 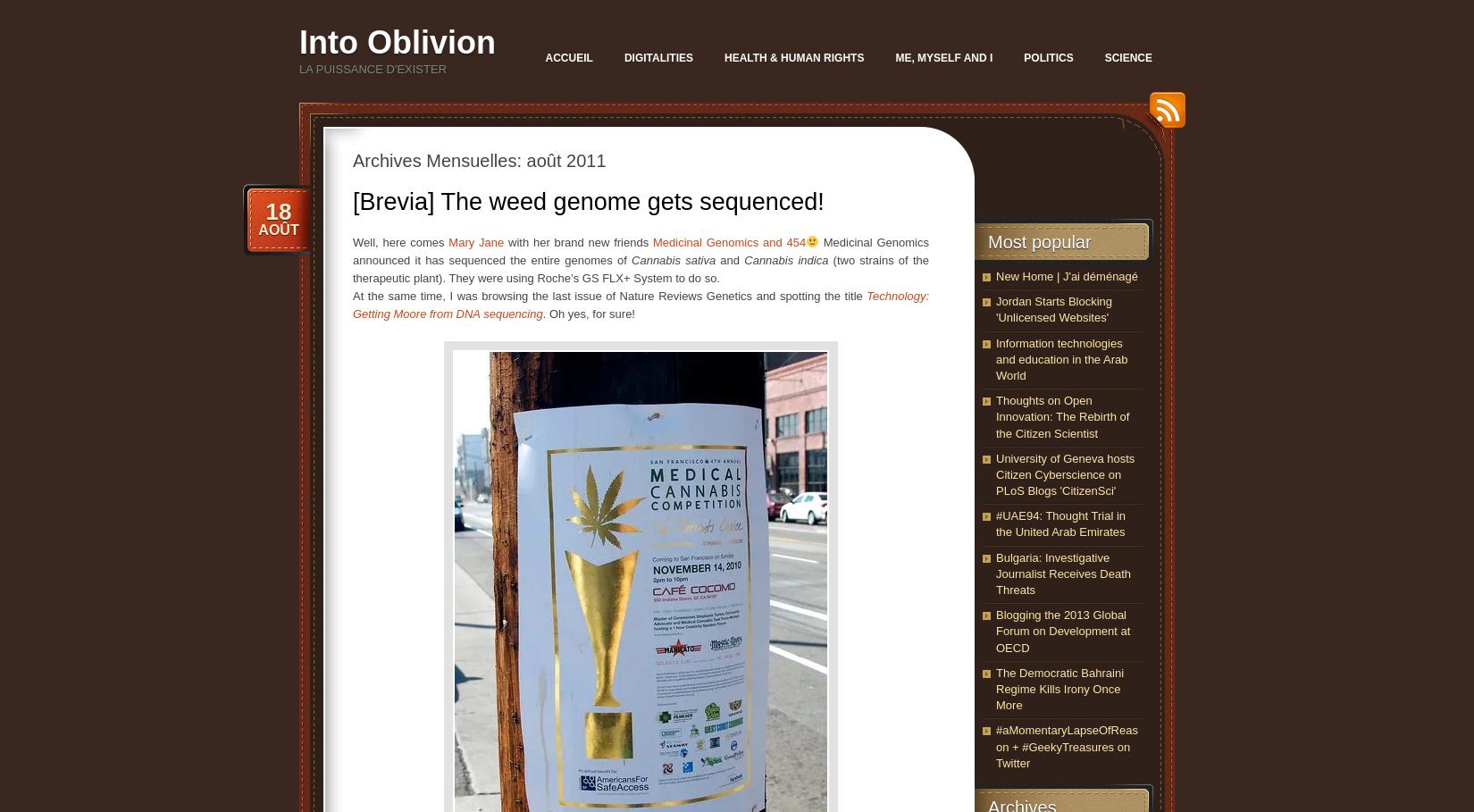 I want to click on 'Août', so click(x=278, y=230).